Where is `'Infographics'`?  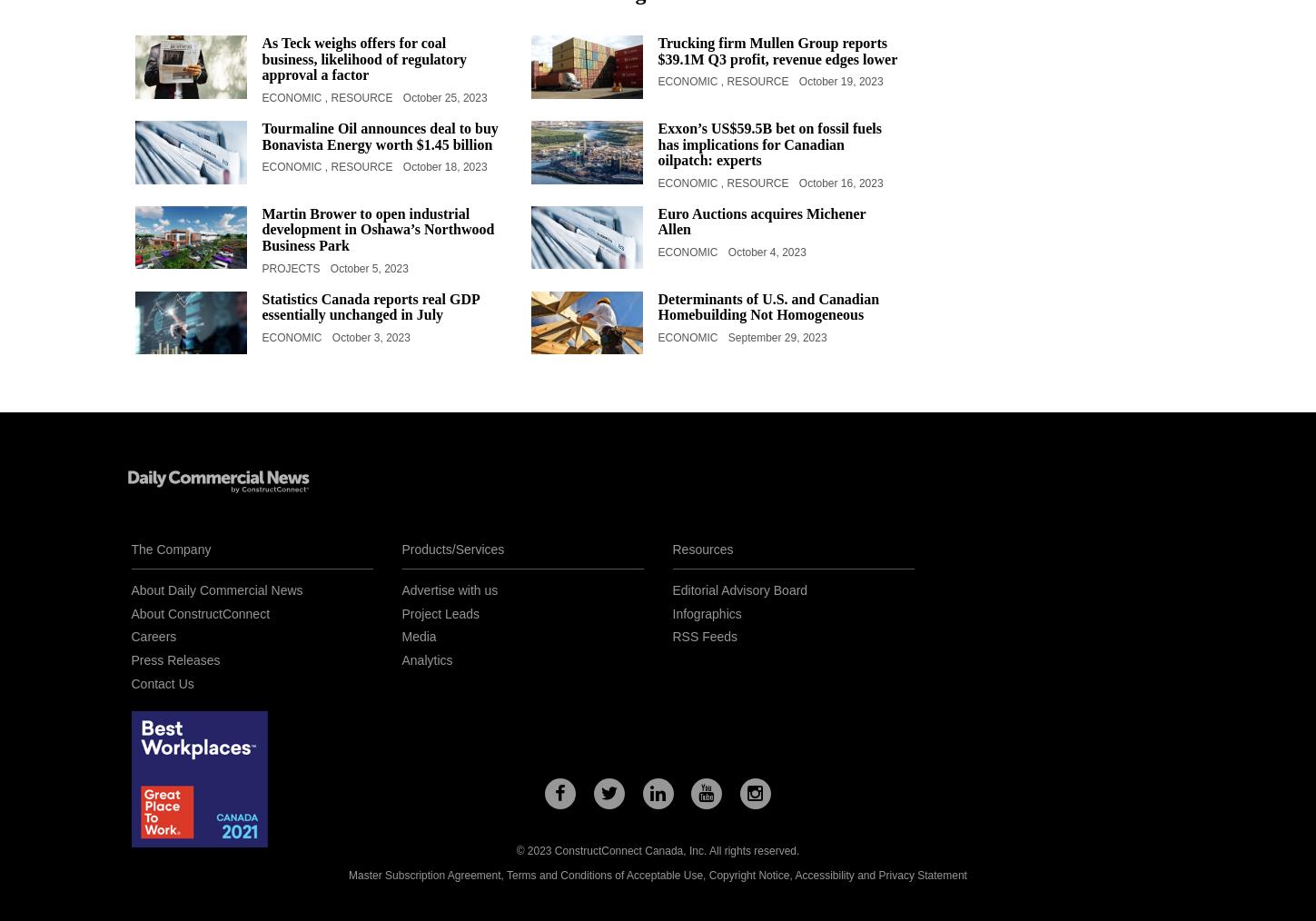 'Infographics' is located at coordinates (705, 613).